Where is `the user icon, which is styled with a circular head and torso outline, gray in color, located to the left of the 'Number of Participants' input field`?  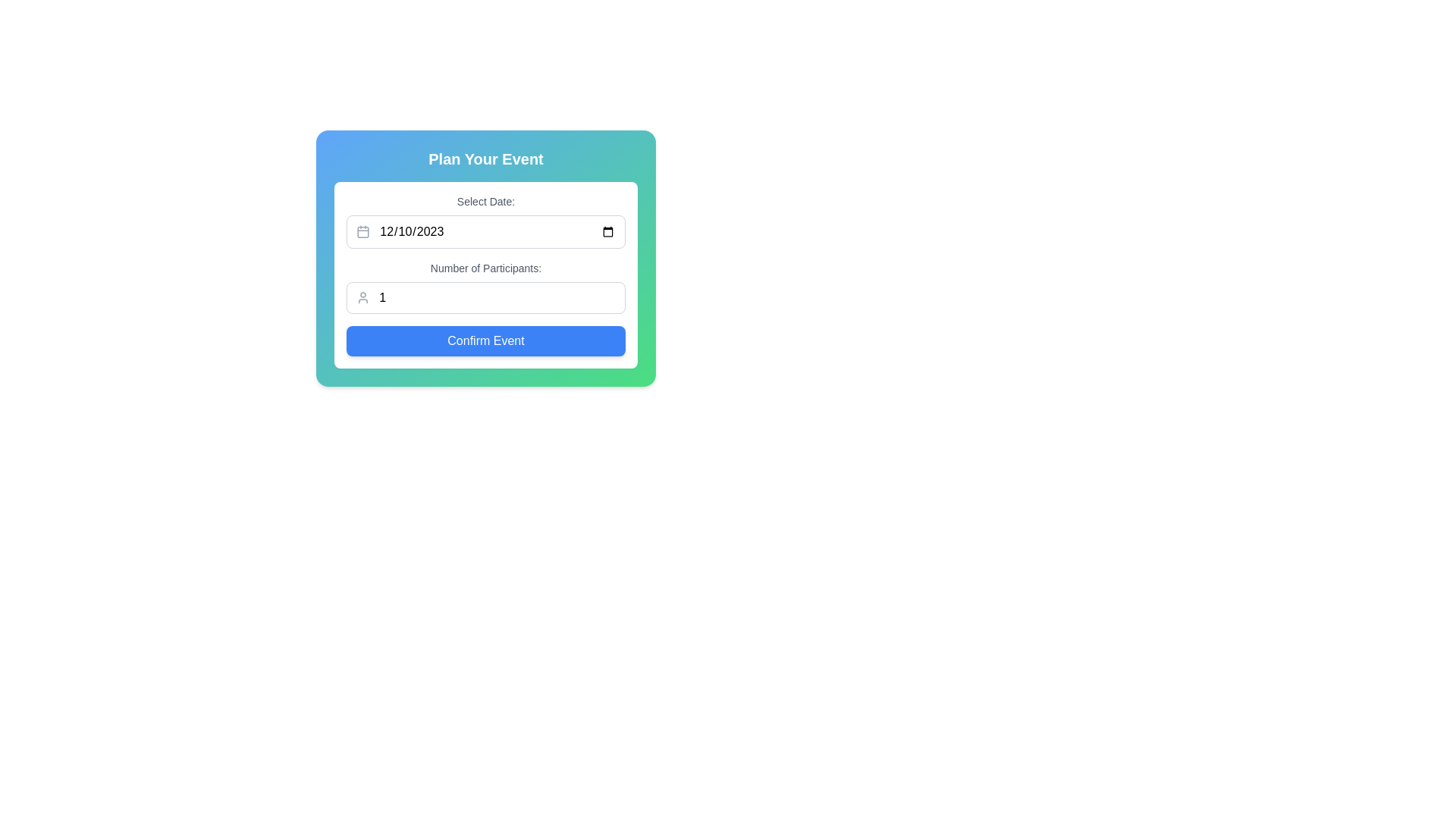 the user icon, which is styled with a circular head and torso outline, gray in color, located to the left of the 'Number of Participants' input field is located at coordinates (362, 298).